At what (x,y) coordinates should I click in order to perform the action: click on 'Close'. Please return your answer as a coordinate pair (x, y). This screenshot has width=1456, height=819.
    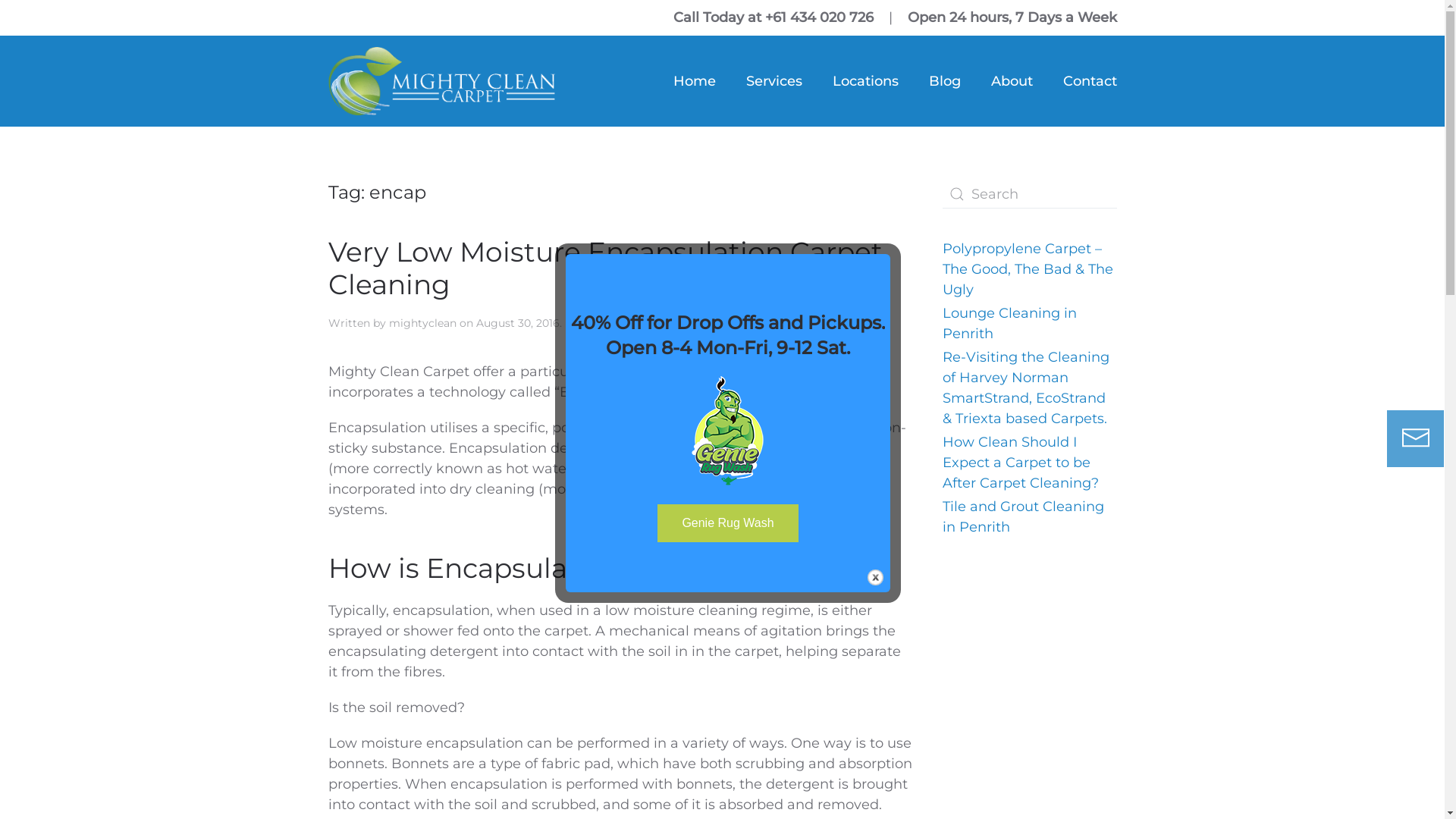
    Looking at the image, I should click on (875, 577).